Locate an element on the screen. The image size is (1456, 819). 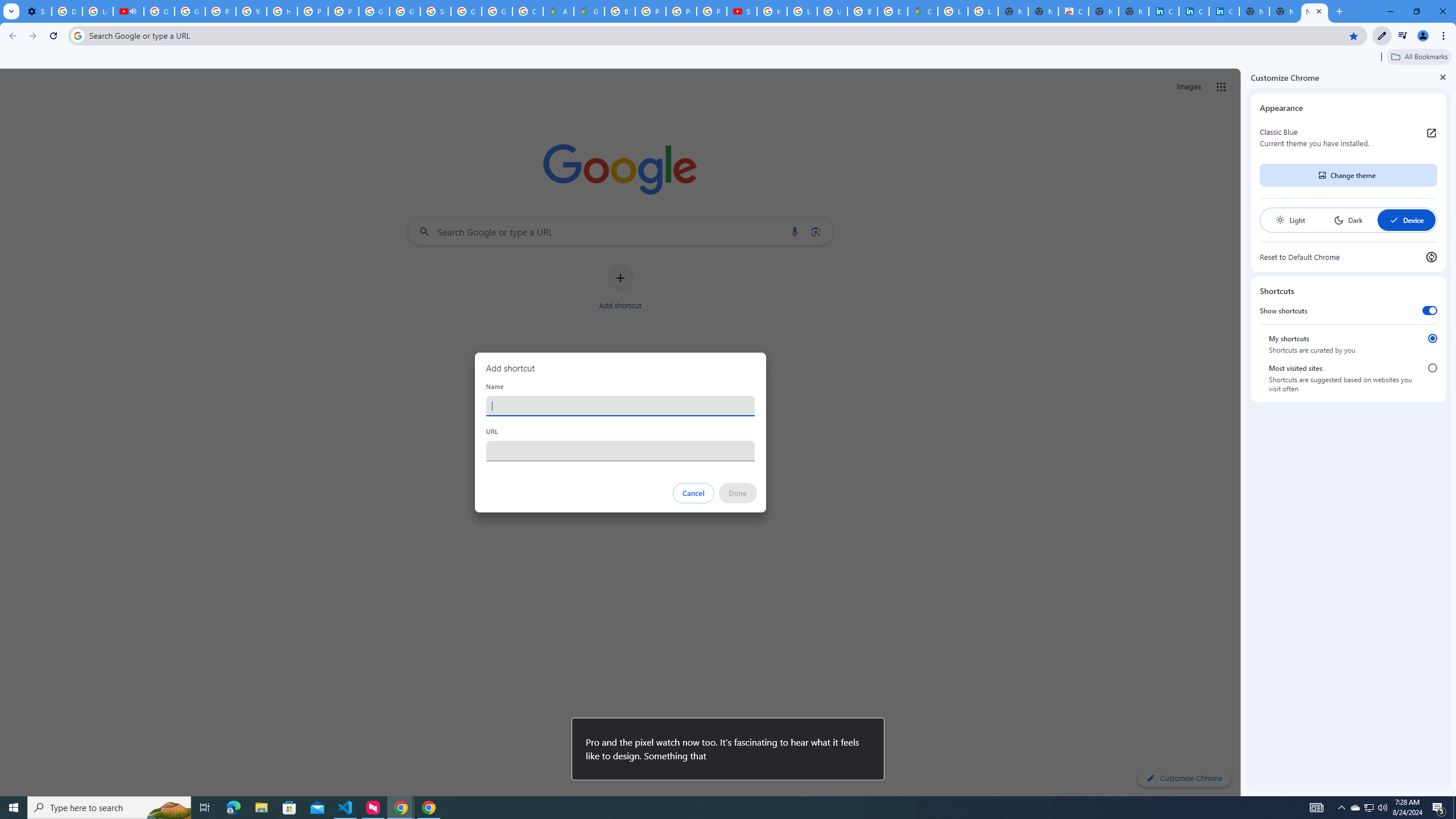
'Create your Google Account' is located at coordinates (528, 11).